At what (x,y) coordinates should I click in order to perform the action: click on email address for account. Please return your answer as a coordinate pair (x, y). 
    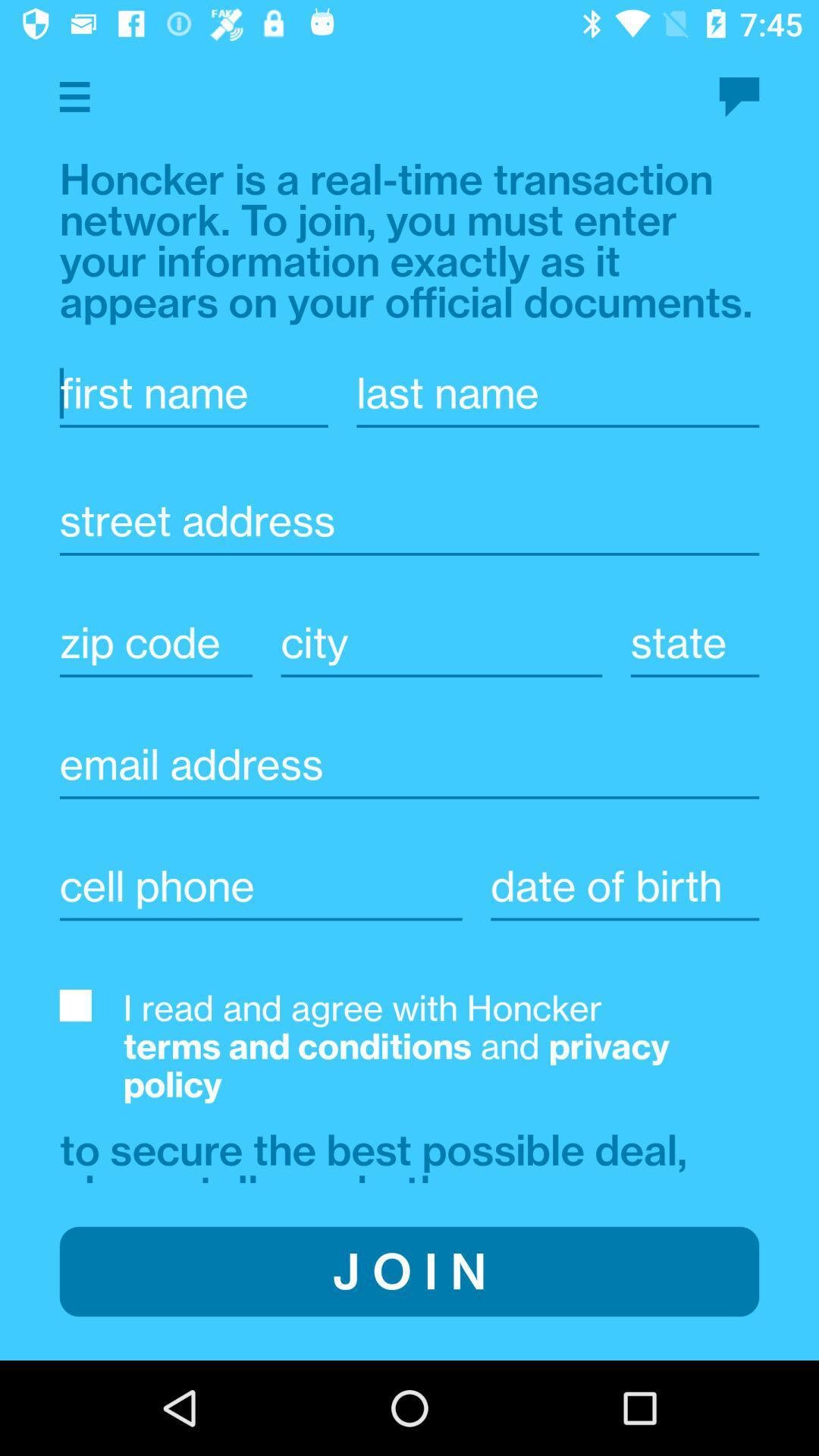
    Looking at the image, I should click on (409, 764).